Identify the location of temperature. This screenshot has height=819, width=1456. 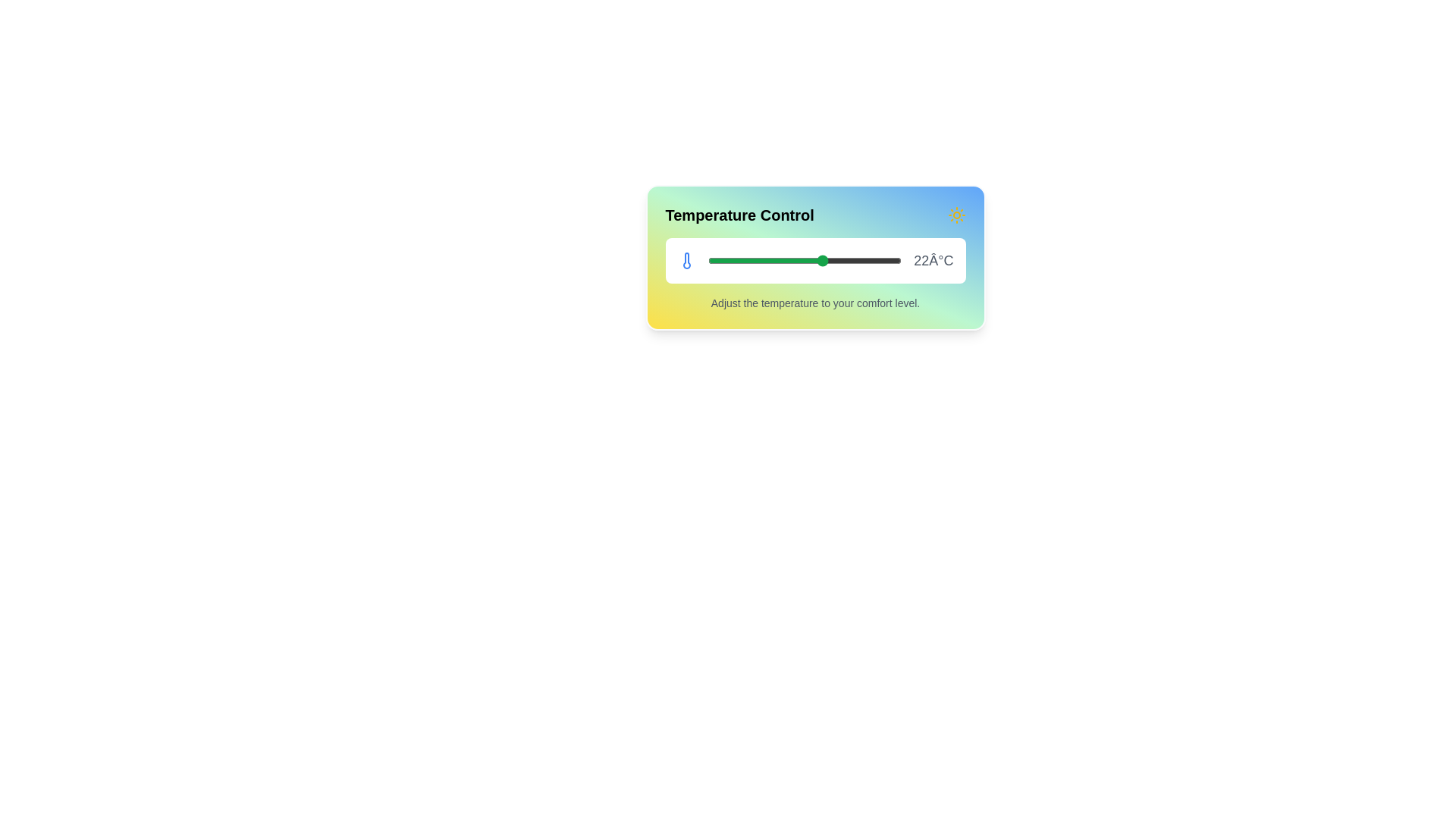
(863, 259).